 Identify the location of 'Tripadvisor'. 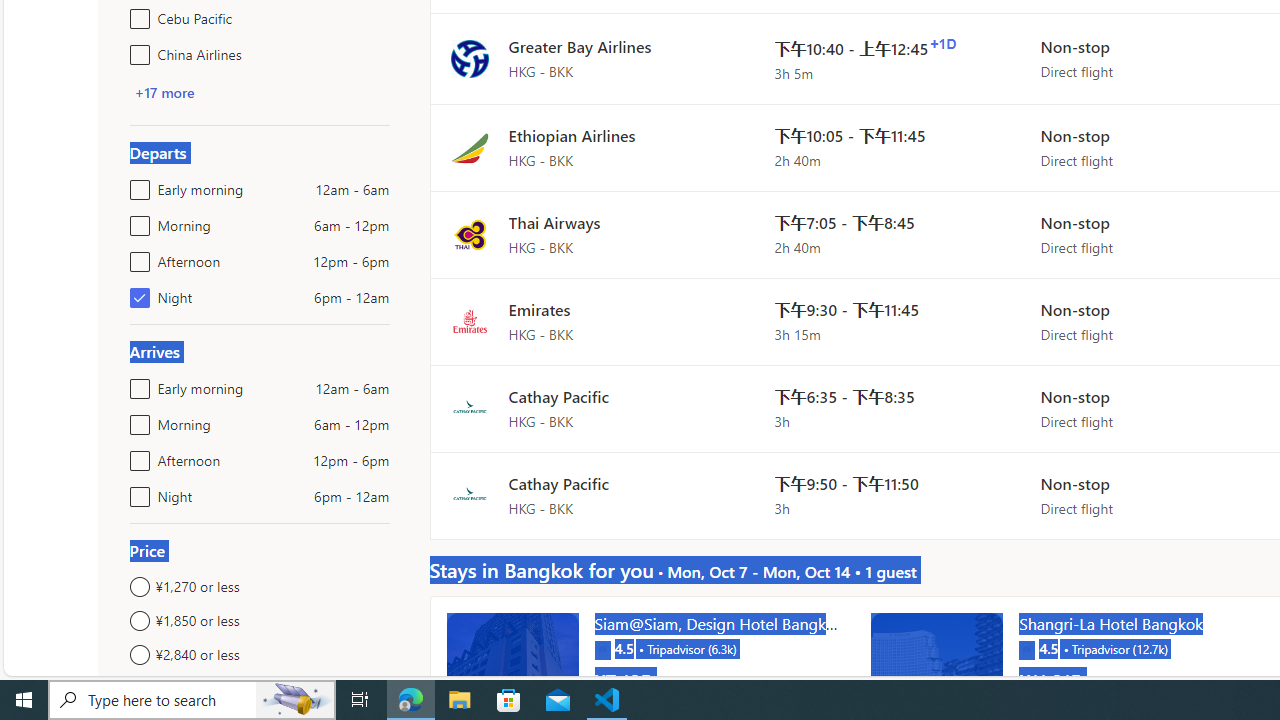
(1027, 648).